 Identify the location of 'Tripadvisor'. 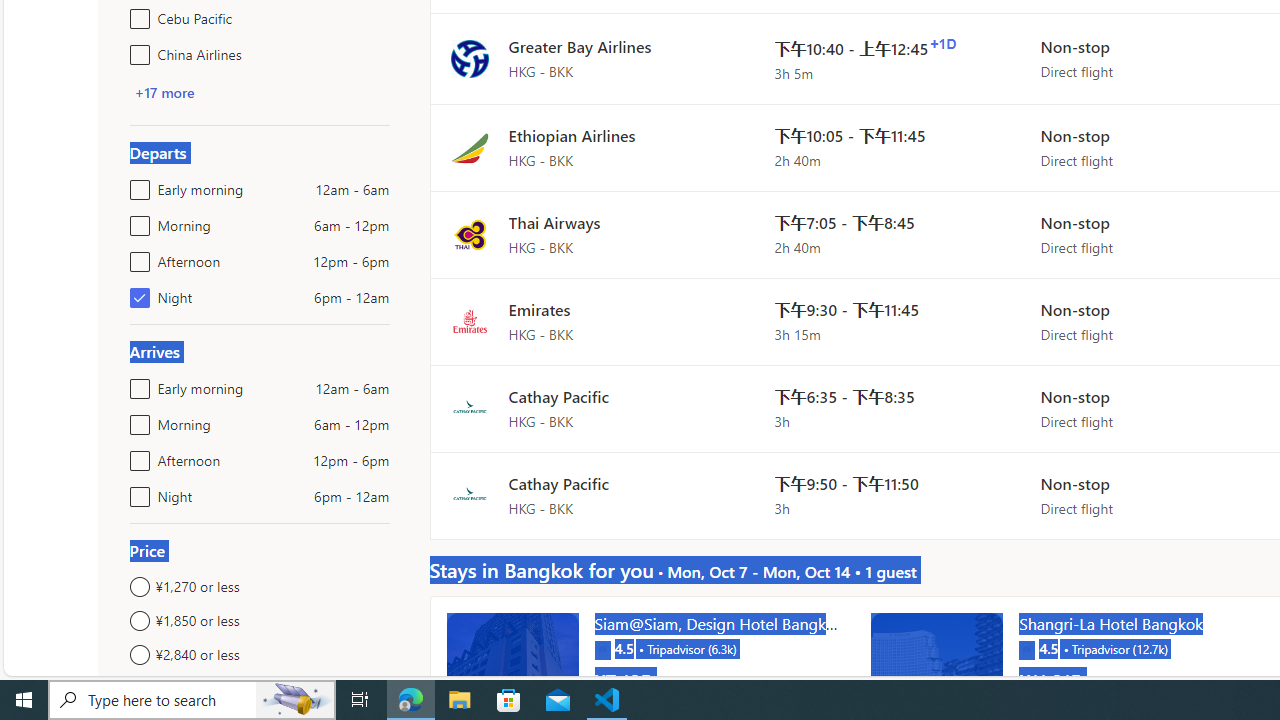
(1027, 648).